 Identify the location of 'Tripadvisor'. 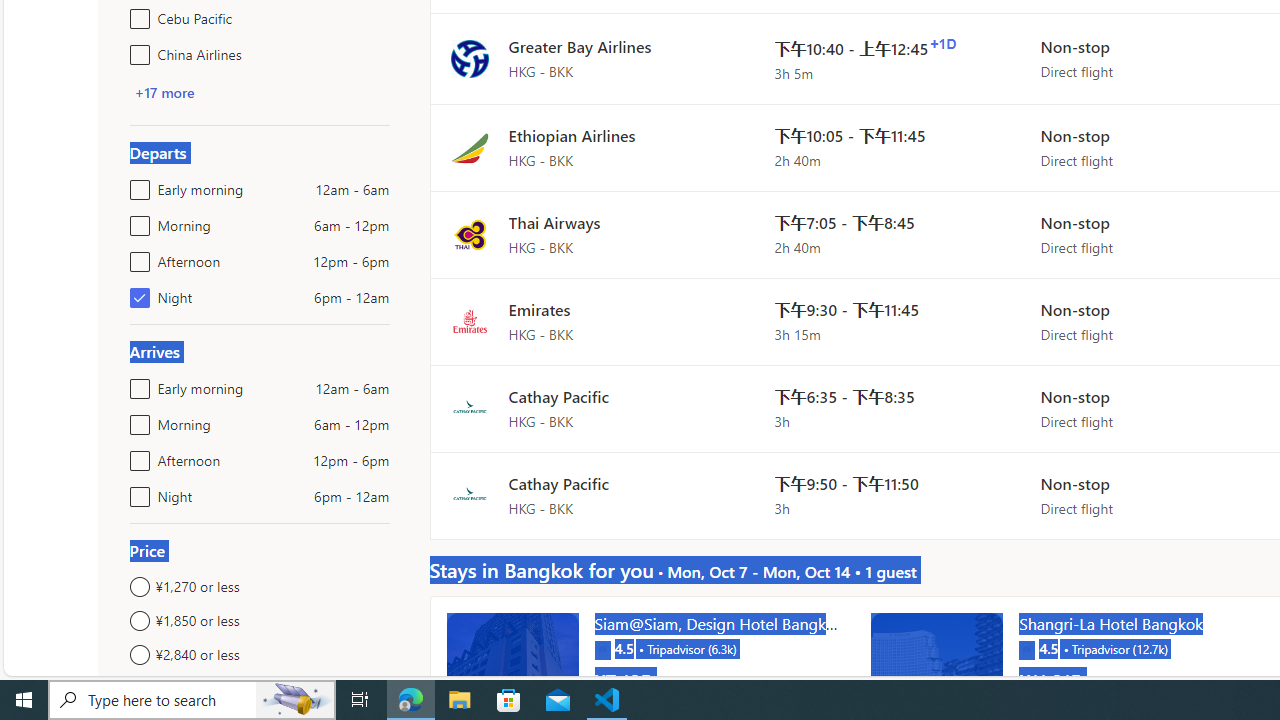
(1027, 648).